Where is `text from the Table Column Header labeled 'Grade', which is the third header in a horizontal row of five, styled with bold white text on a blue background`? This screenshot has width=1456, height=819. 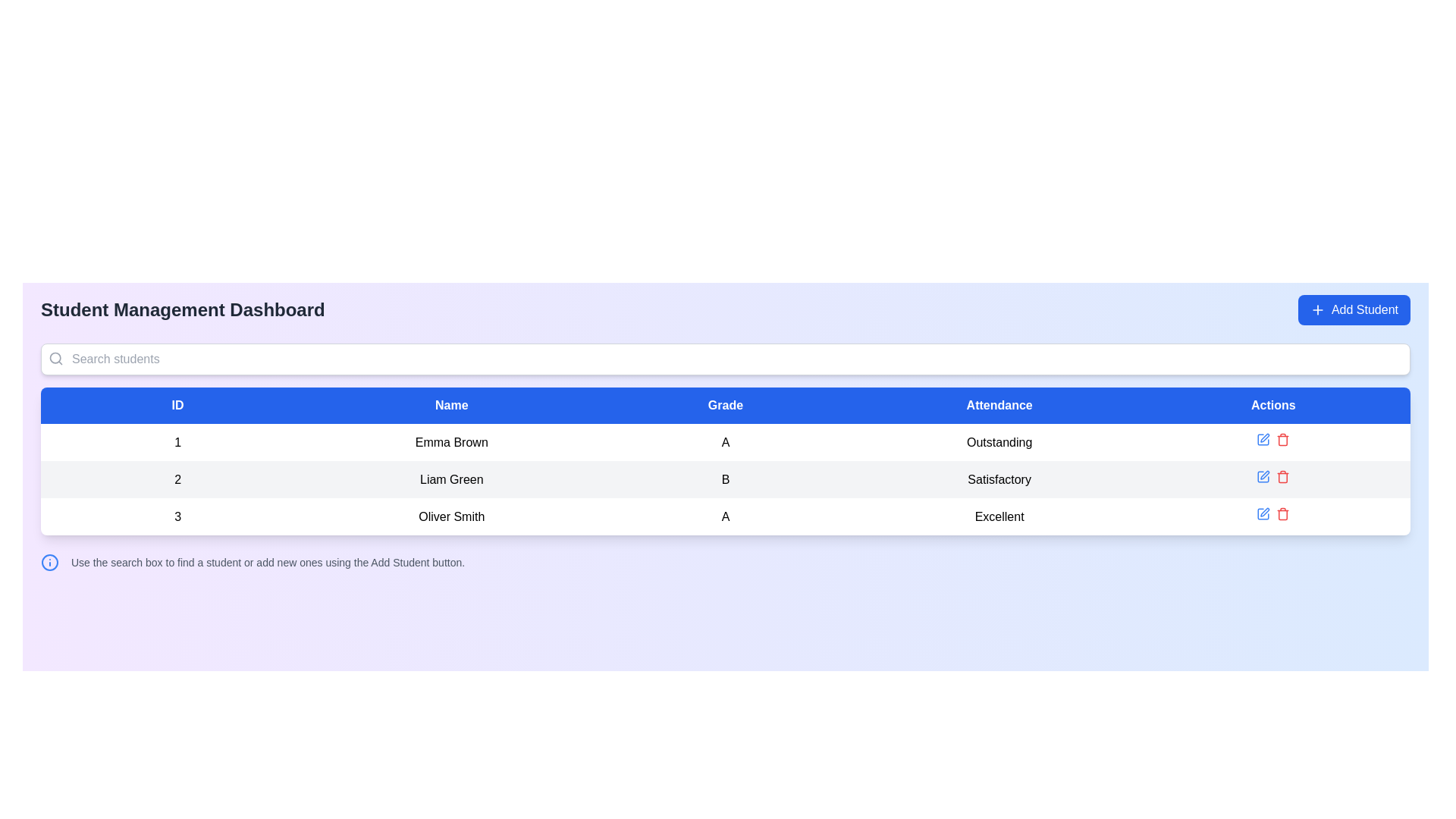 text from the Table Column Header labeled 'Grade', which is the third header in a horizontal row of five, styled with bold white text on a blue background is located at coordinates (724, 405).